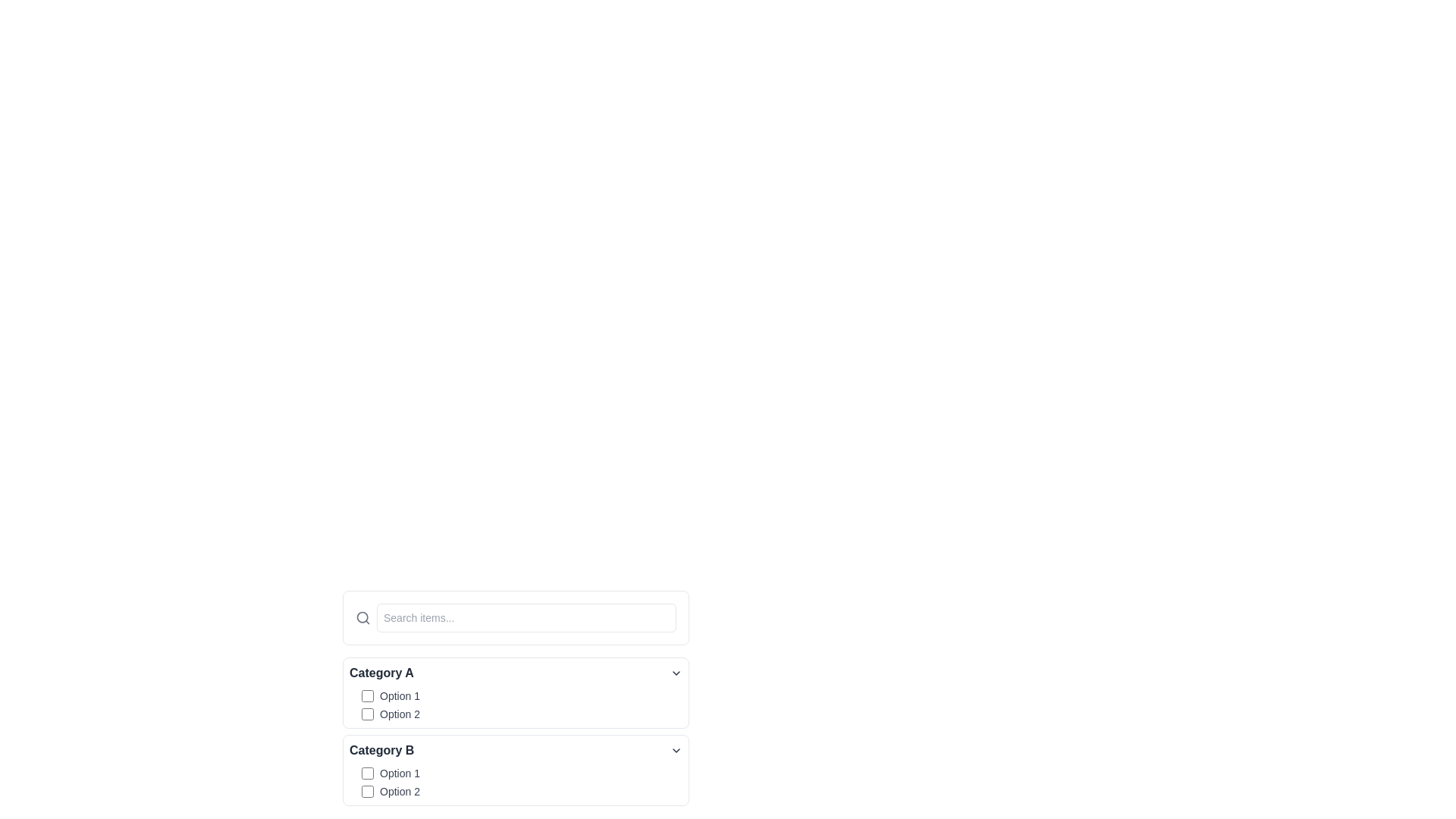  What do you see at coordinates (516, 783) in the screenshot?
I see `the second checkbox labeled 'Option 2' located within the 'Category B' section, positioned below its title` at bounding box center [516, 783].